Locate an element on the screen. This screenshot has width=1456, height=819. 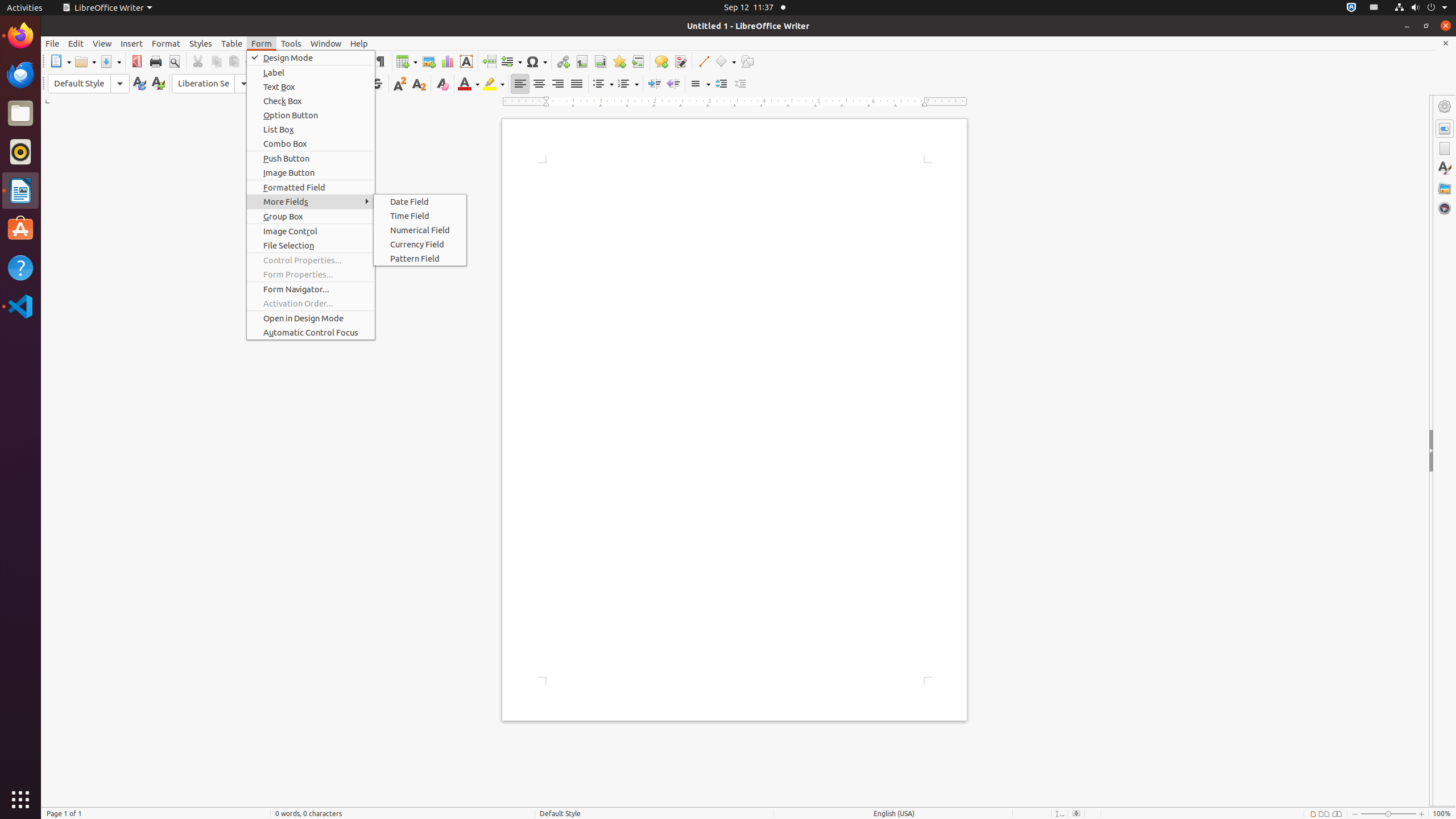
'Rhythmbox' is located at coordinates (20, 151).